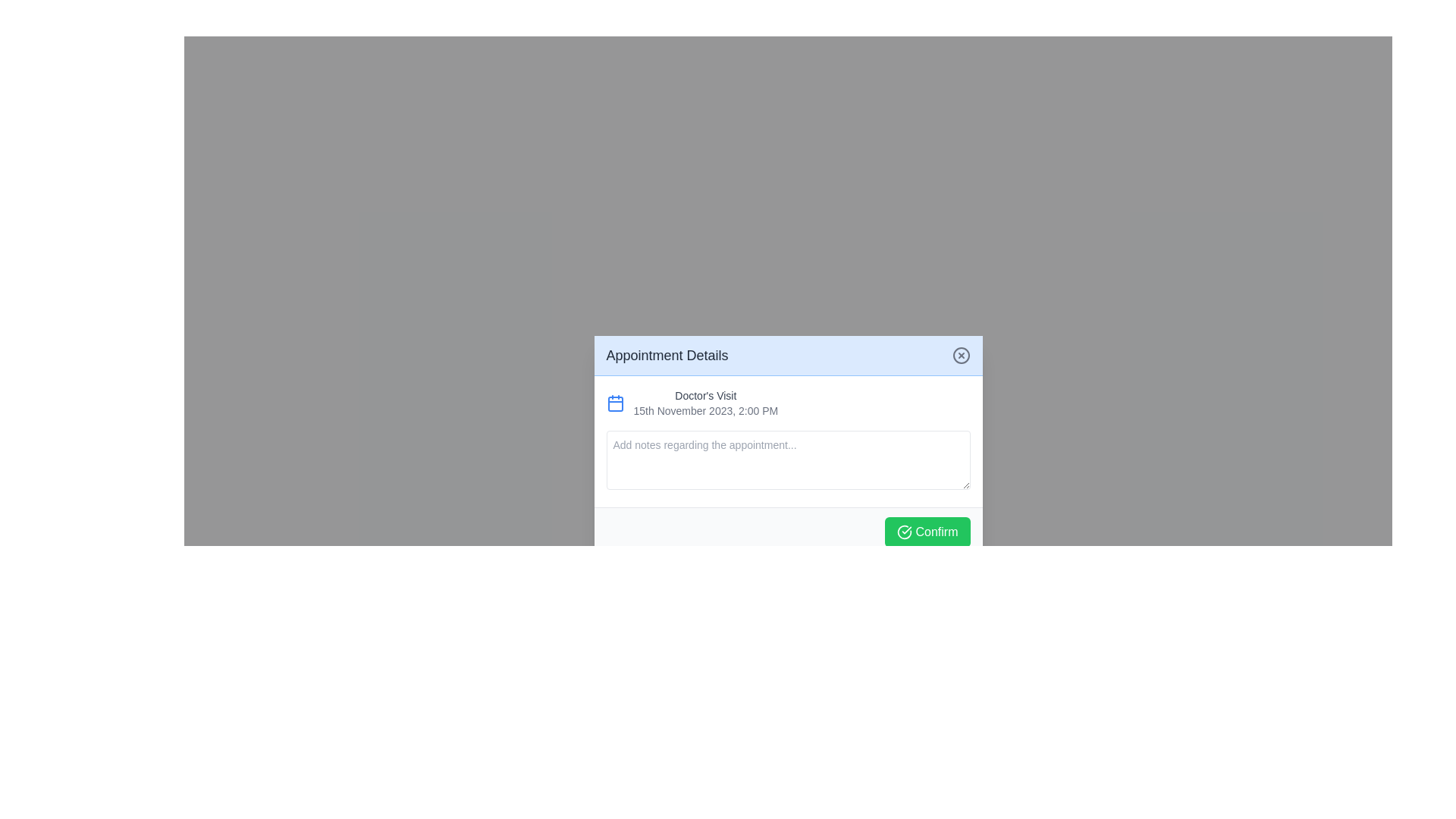  Describe the element at coordinates (704, 394) in the screenshot. I see `the text label displaying 'Doctor's Visit', which is in a medium-sized gray font and is positioned above the appointment date and time` at that location.